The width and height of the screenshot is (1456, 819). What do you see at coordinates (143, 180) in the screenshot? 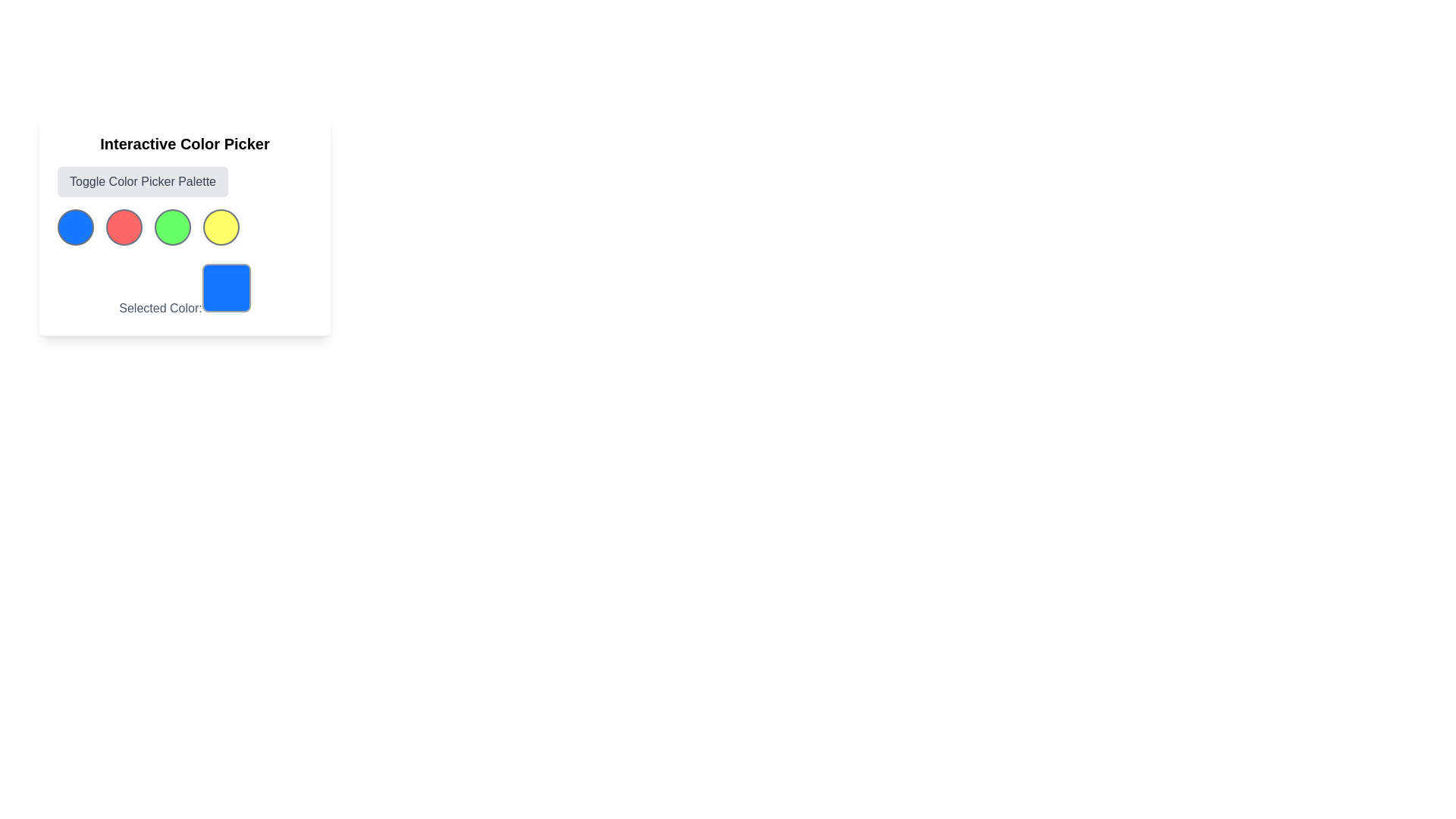
I see `the button with gray background and text 'Toggle Color Picker Palette'` at bounding box center [143, 180].